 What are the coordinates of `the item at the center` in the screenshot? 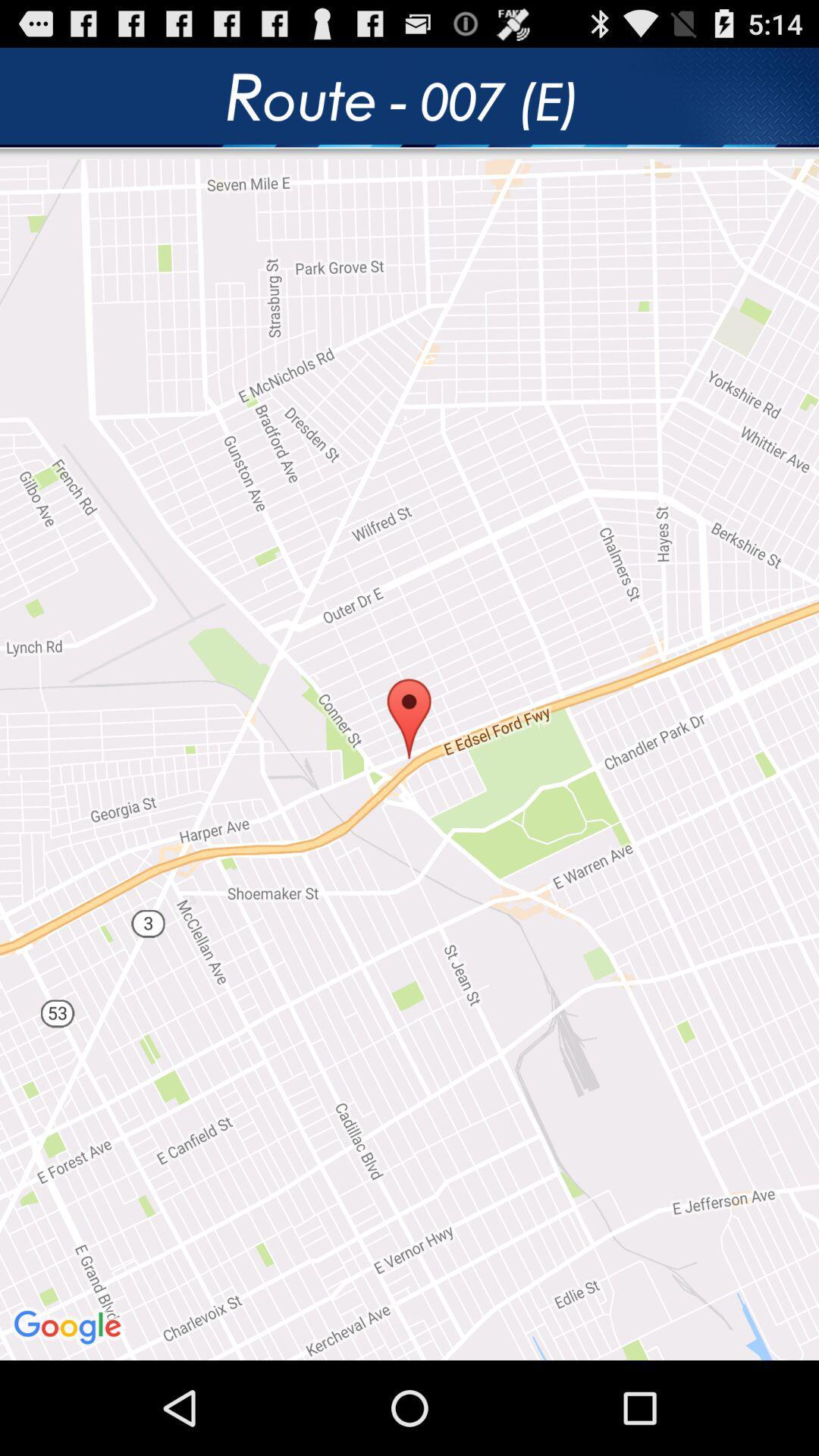 It's located at (409, 760).